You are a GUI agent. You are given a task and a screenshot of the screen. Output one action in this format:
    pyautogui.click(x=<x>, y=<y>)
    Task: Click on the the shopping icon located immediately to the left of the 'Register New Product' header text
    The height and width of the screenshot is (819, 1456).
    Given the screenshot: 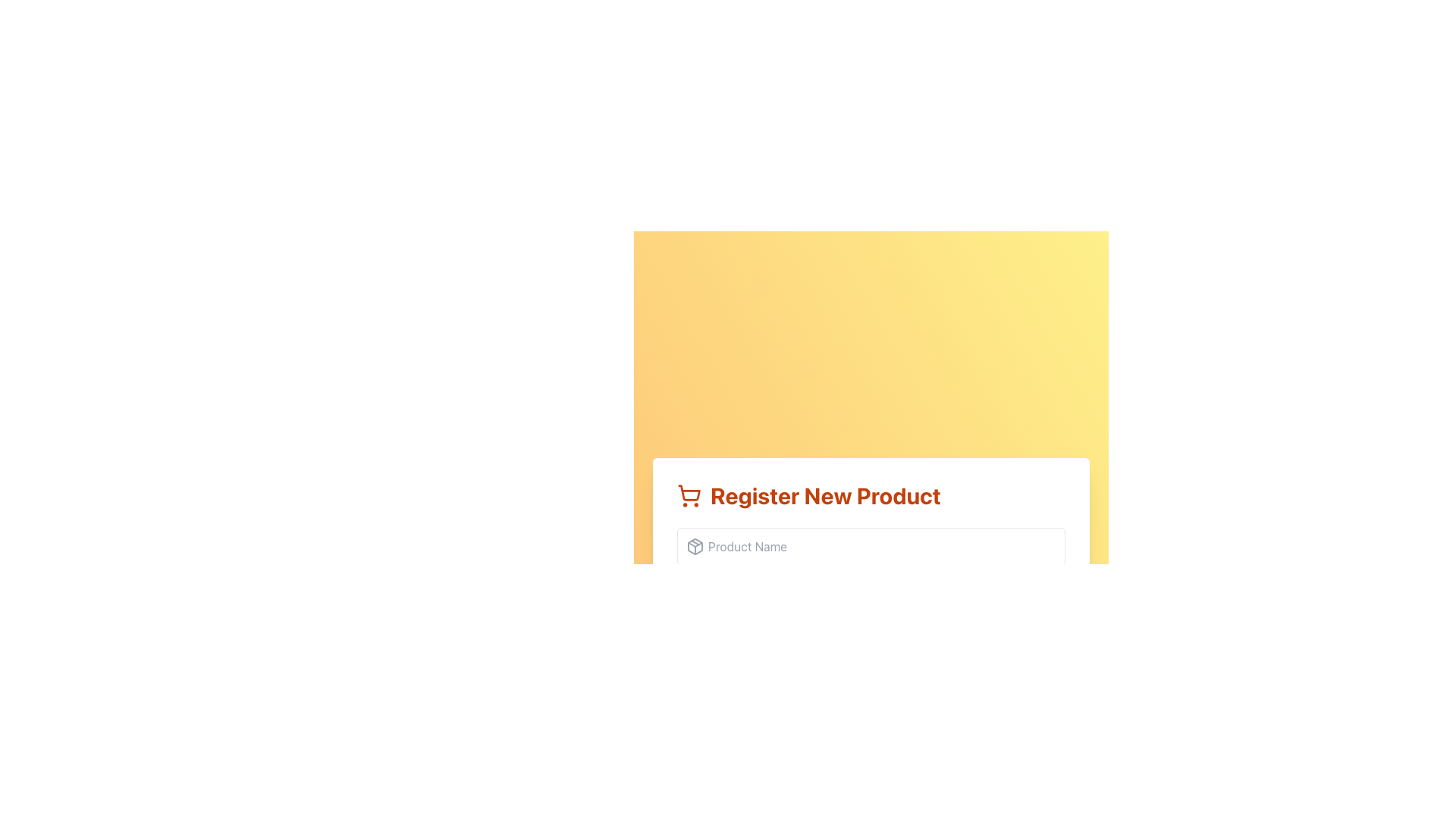 What is the action you would take?
    pyautogui.click(x=688, y=496)
    